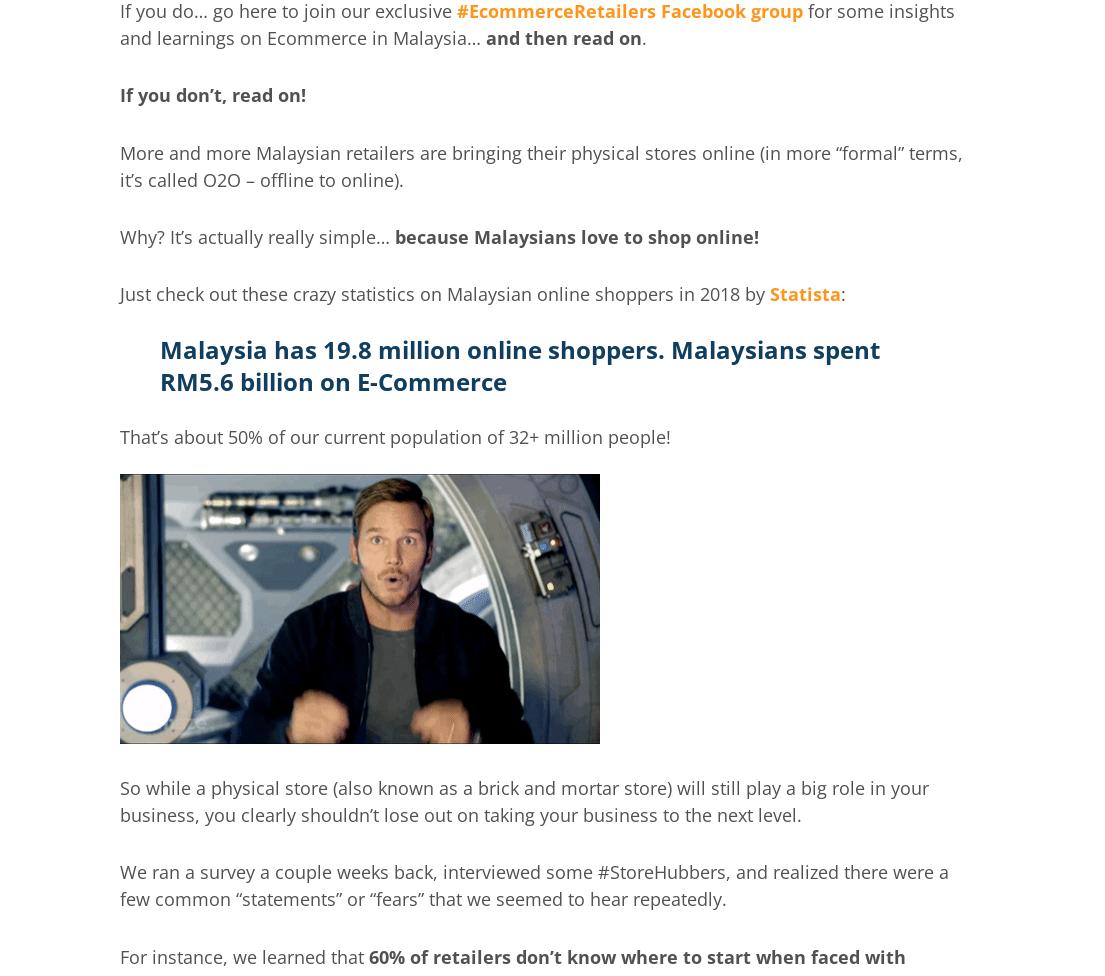 The width and height of the screenshot is (1105, 976). I want to click on 'For instance, we learned that', so click(241, 954).